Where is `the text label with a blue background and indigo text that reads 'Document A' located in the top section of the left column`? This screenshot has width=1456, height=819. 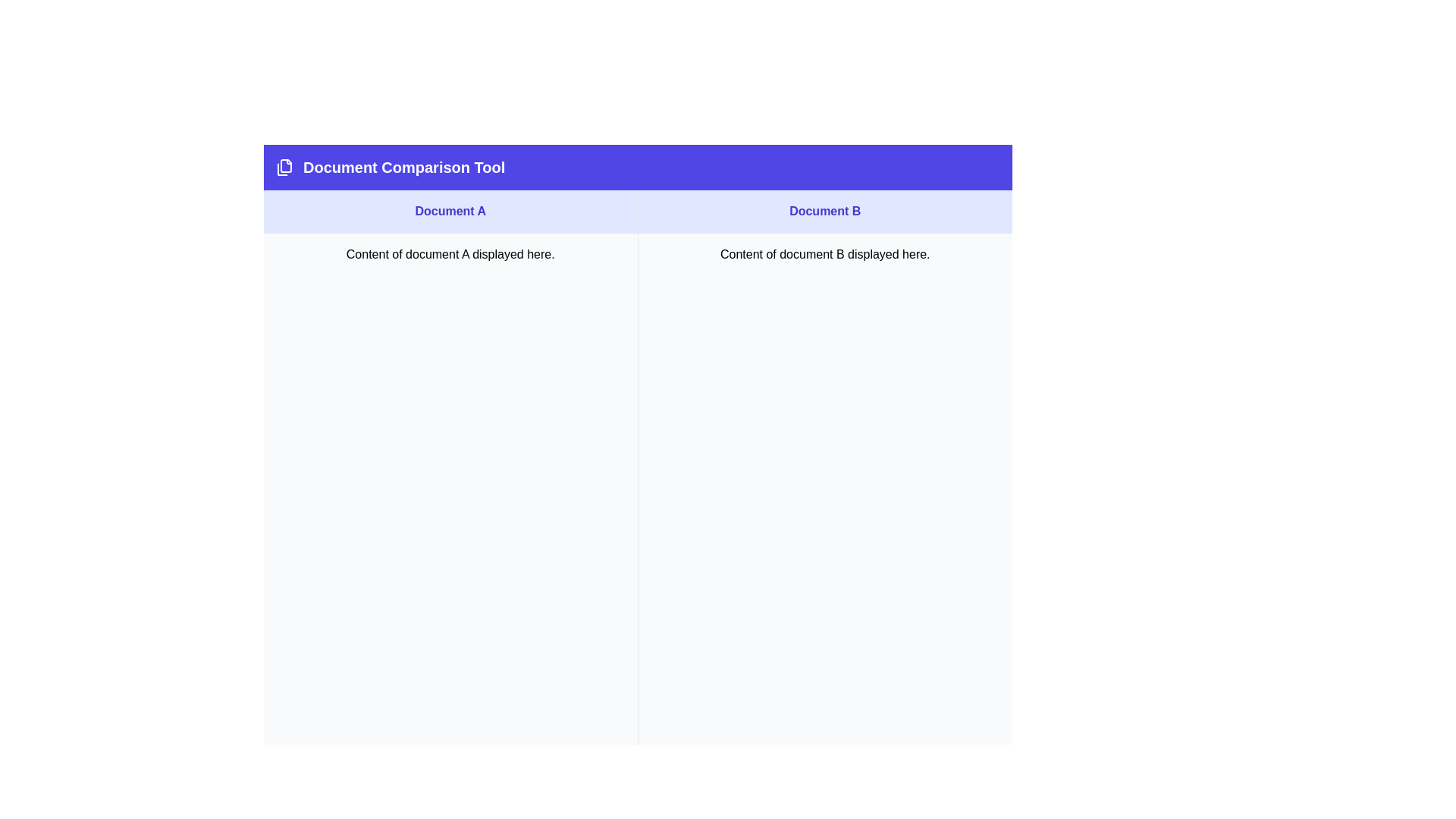
the text label with a blue background and indigo text that reads 'Document A' located in the top section of the left column is located at coordinates (450, 212).